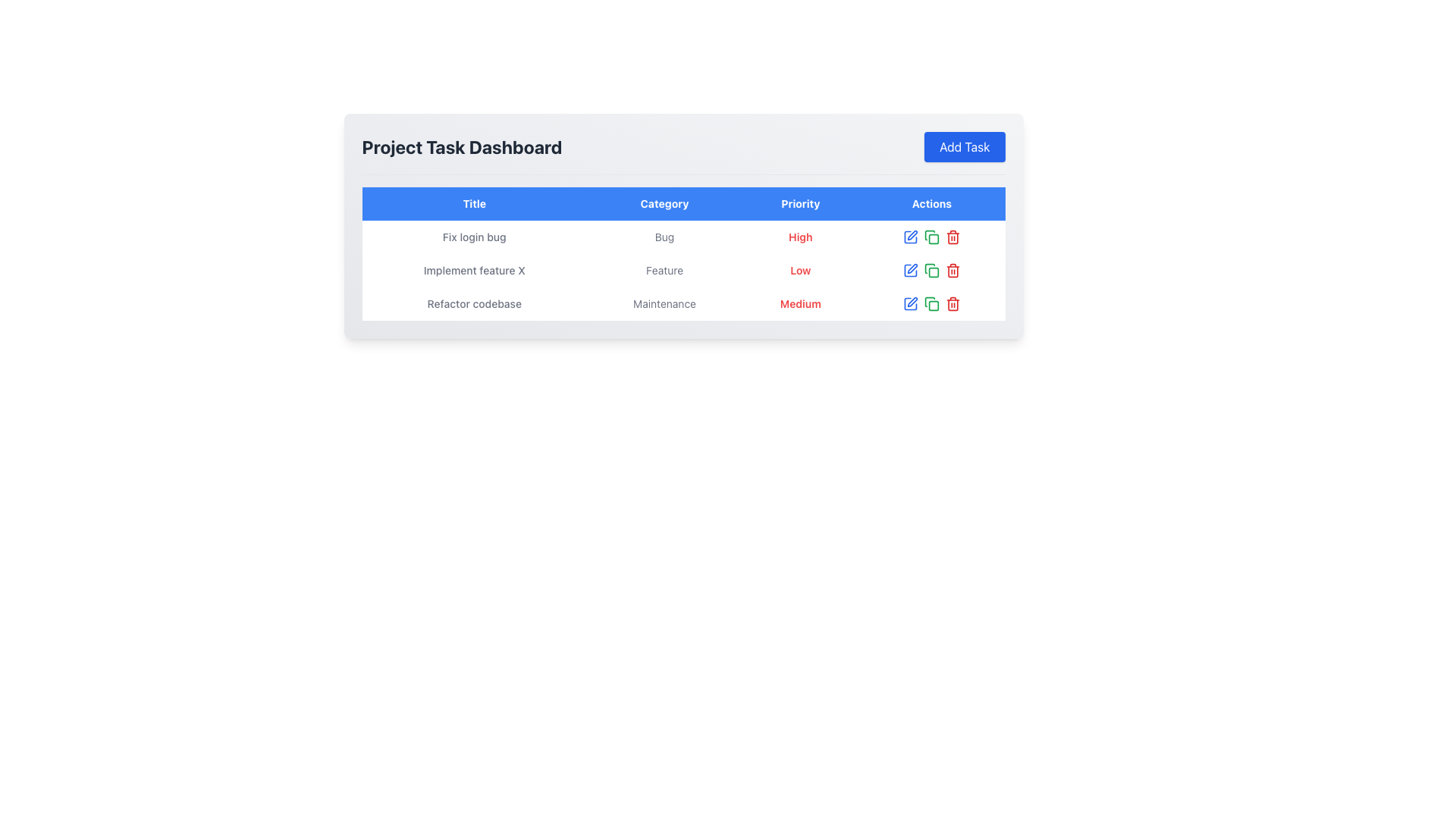 The image size is (1456, 819). Describe the element at coordinates (964, 146) in the screenshot. I see `the 'Add Task' button located in the top-right corner of the 'Project Task Dashboard' section using keyboard navigation` at that location.